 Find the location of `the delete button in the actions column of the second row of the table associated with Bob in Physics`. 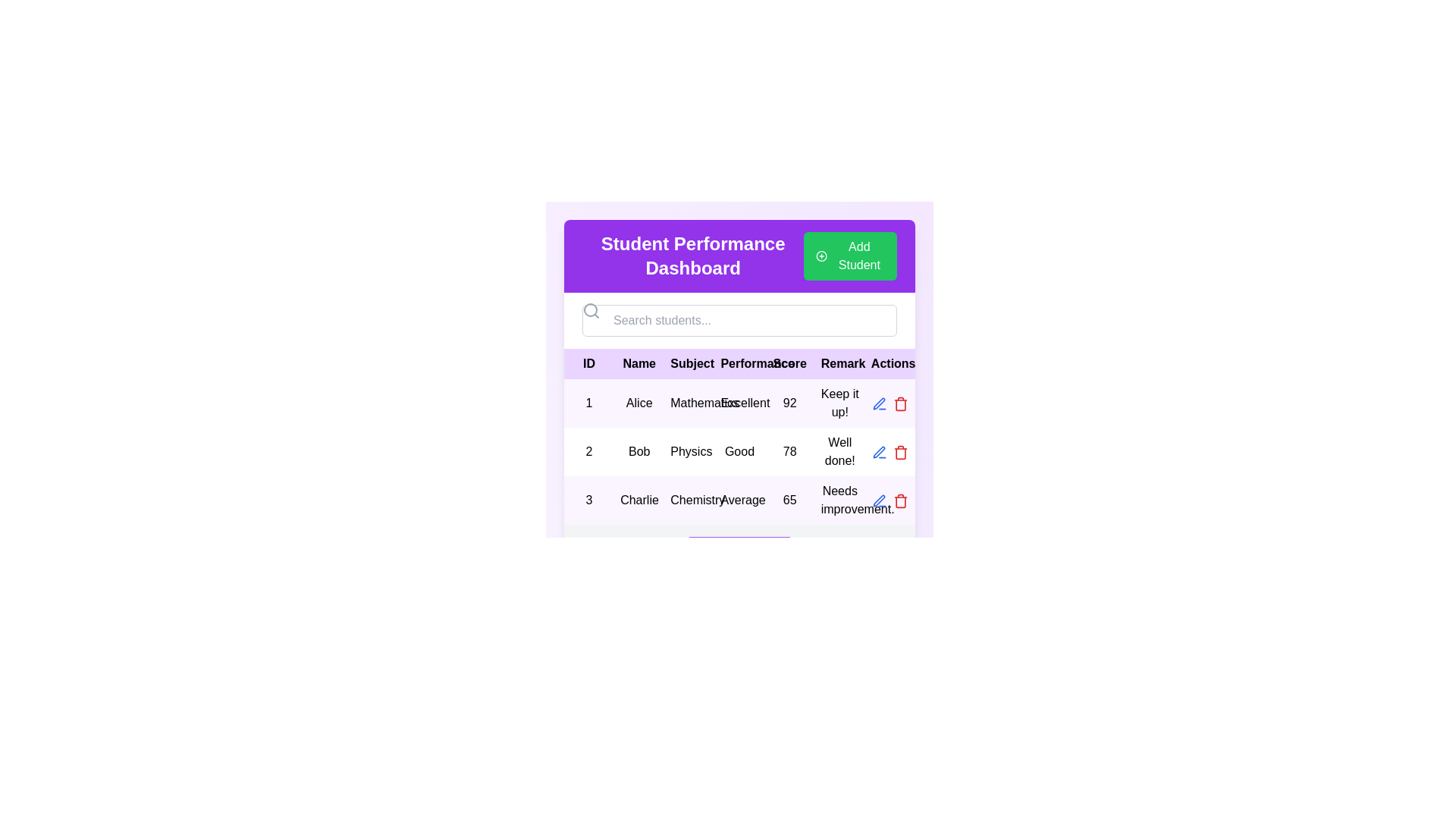

the delete button in the actions column of the second row of the table associated with Bob in Physics is located at coordinates (890, 403).